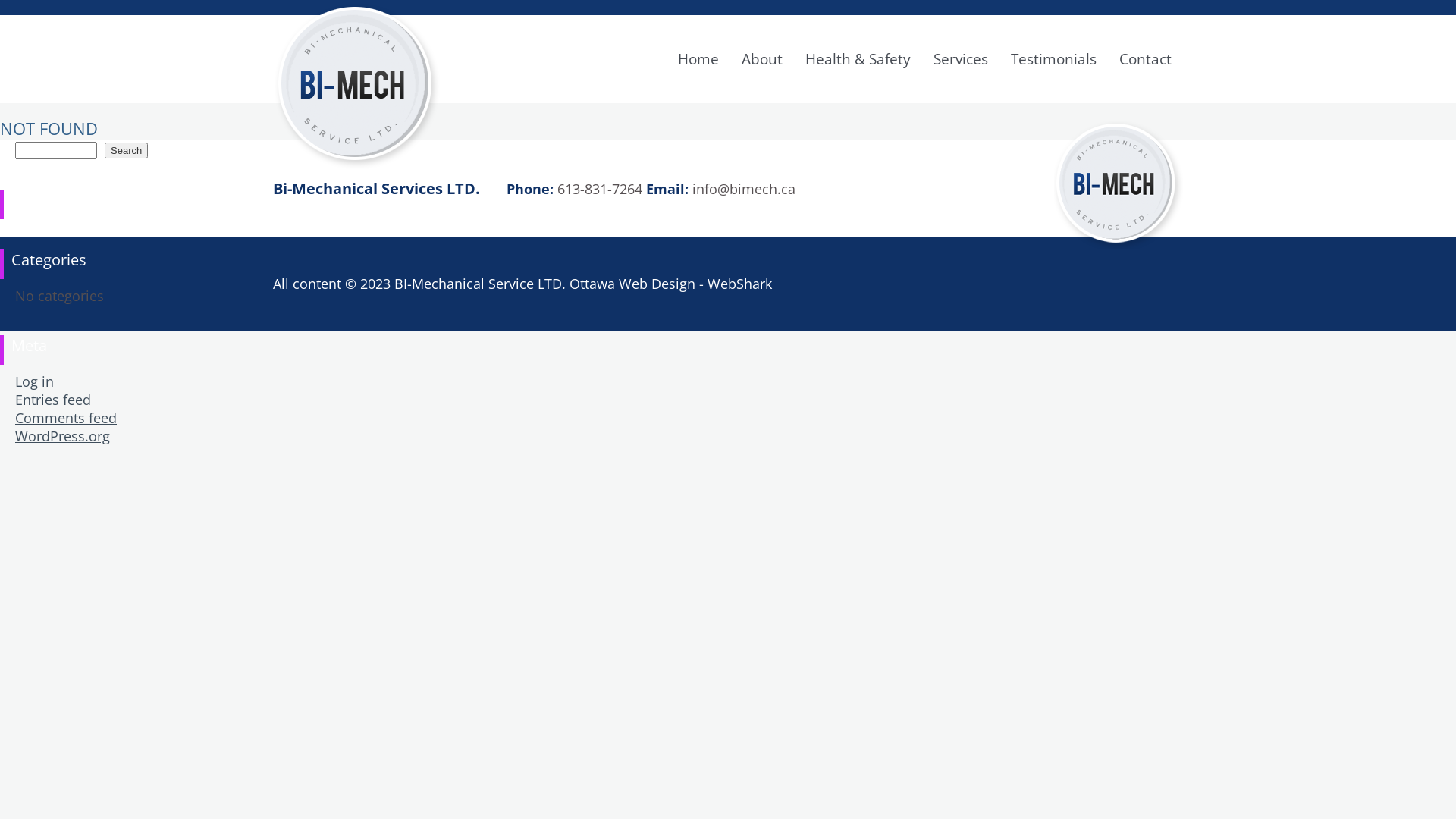 This screenshot has height=819, width=1456. I want to click on 'Home', so click(698, 58).